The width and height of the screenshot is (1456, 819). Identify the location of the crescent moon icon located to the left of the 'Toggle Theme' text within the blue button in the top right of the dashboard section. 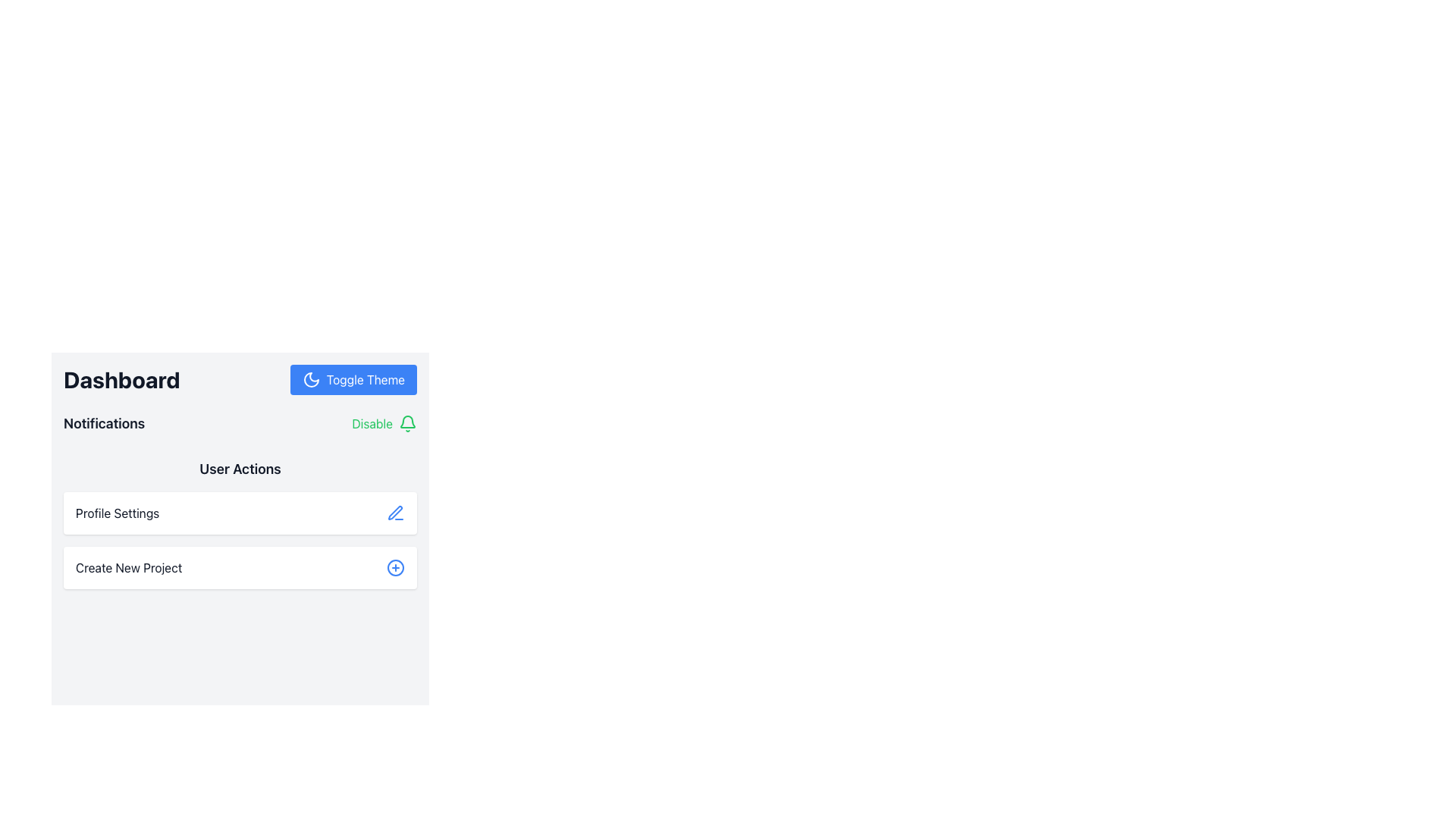
(310, 379).